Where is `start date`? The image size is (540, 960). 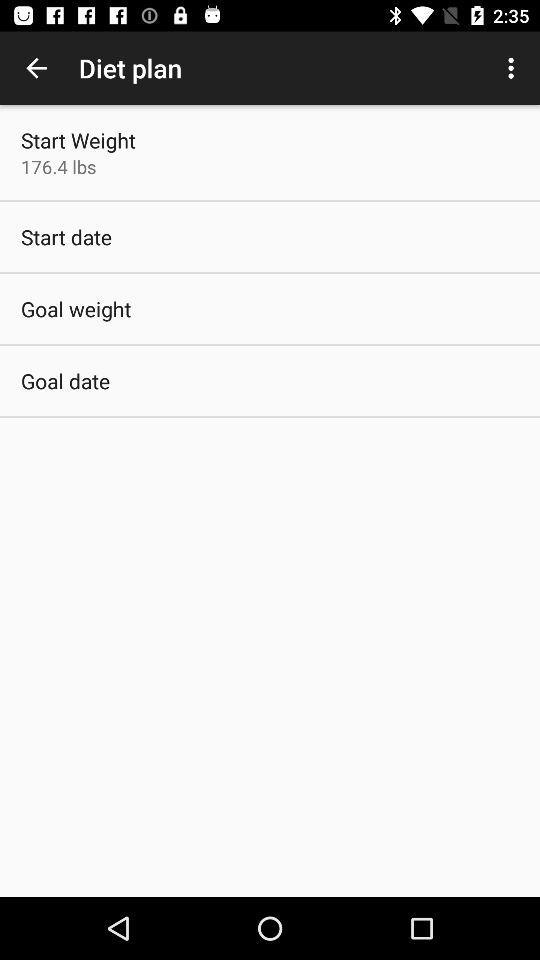 start date is located at coordinates (66, 237).